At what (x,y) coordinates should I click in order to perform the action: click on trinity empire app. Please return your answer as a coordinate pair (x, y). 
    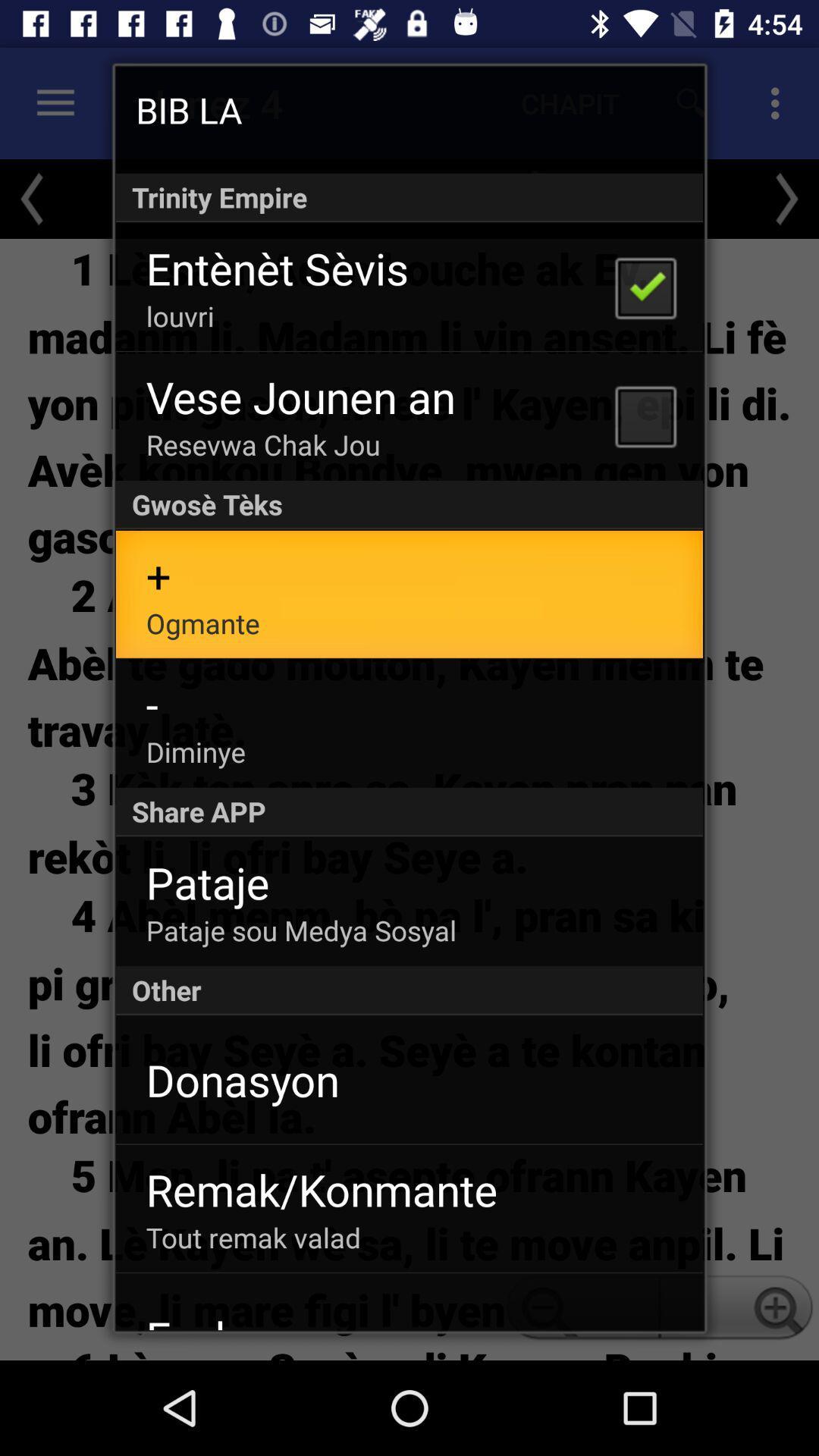
    Looking at the image, I should click on (409, 196).